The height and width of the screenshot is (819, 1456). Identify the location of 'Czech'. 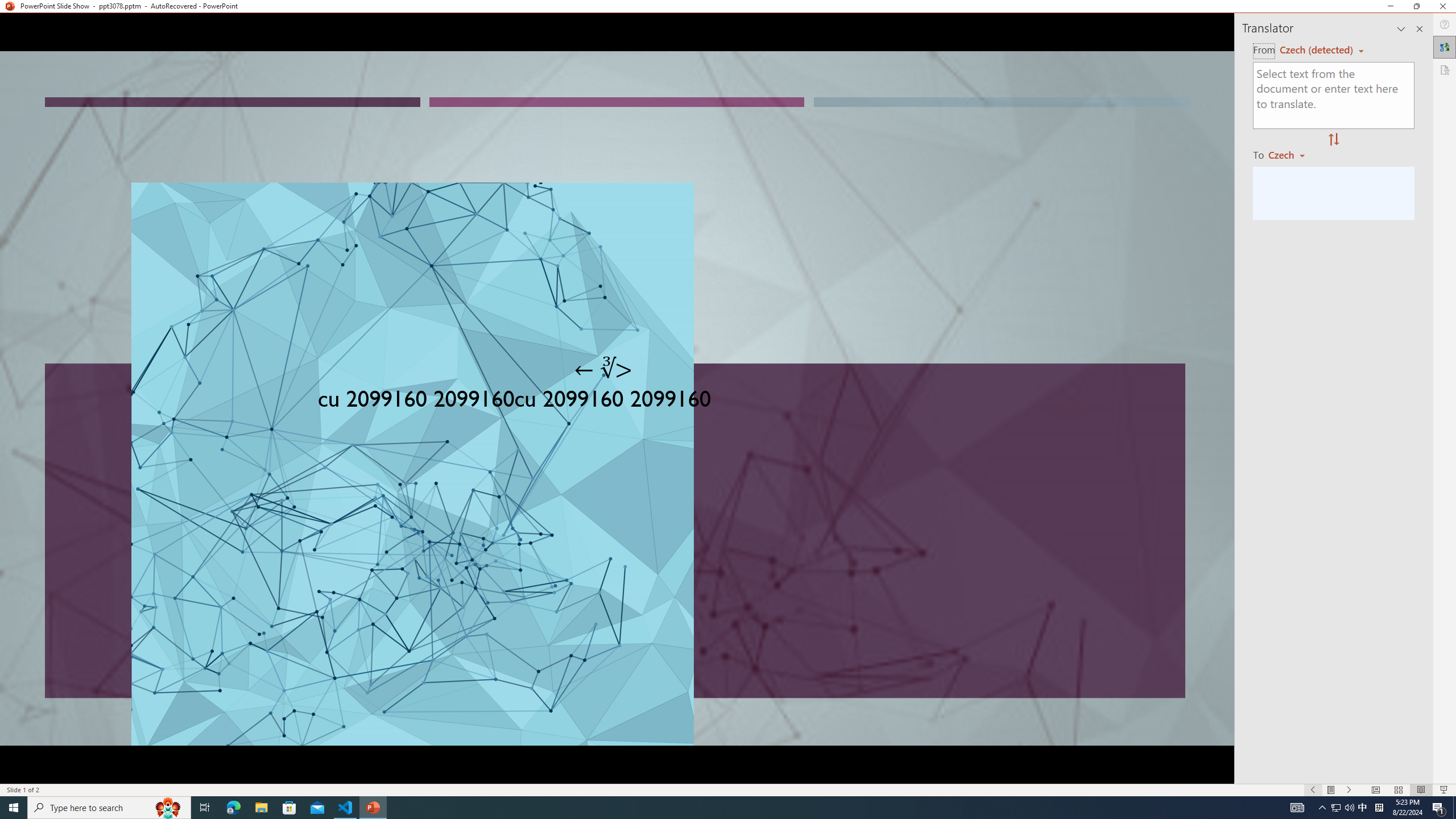
(1291, 154).